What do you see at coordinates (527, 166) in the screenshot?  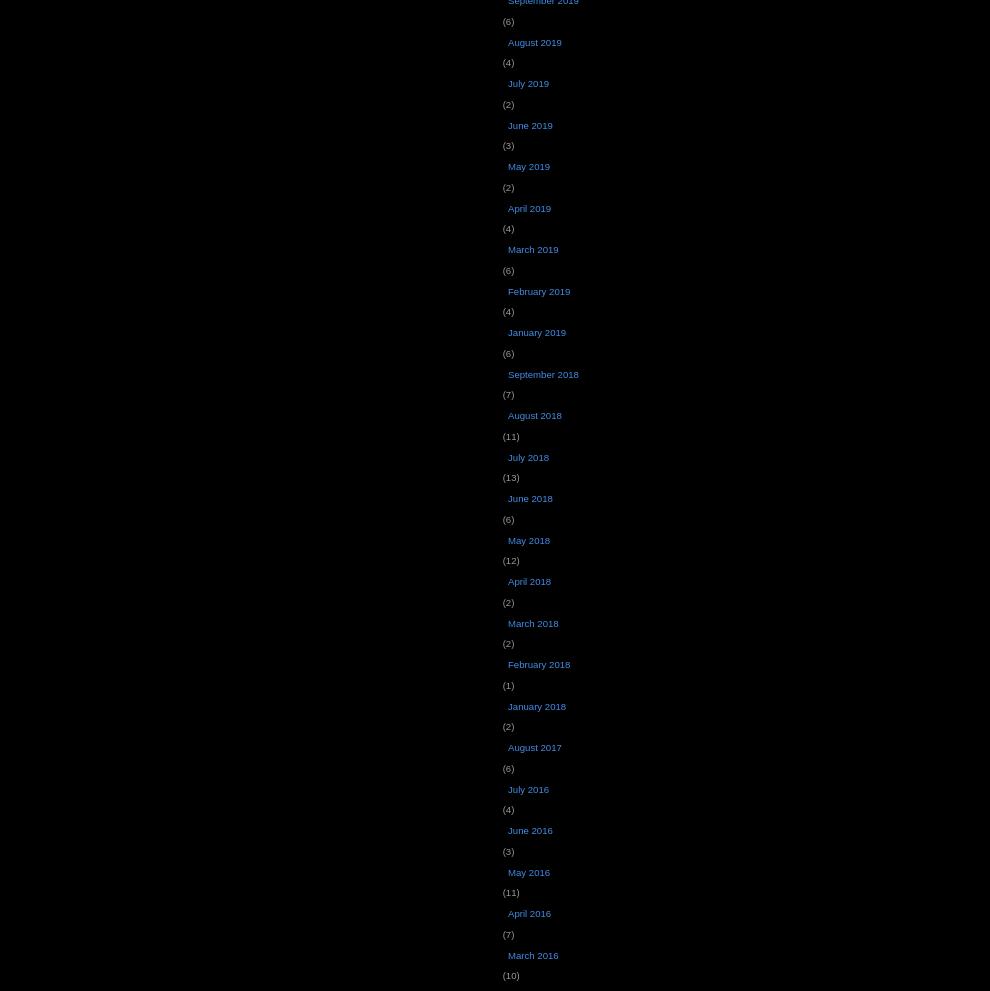 I see `'May 2019'` at bounding box center [527, 166].